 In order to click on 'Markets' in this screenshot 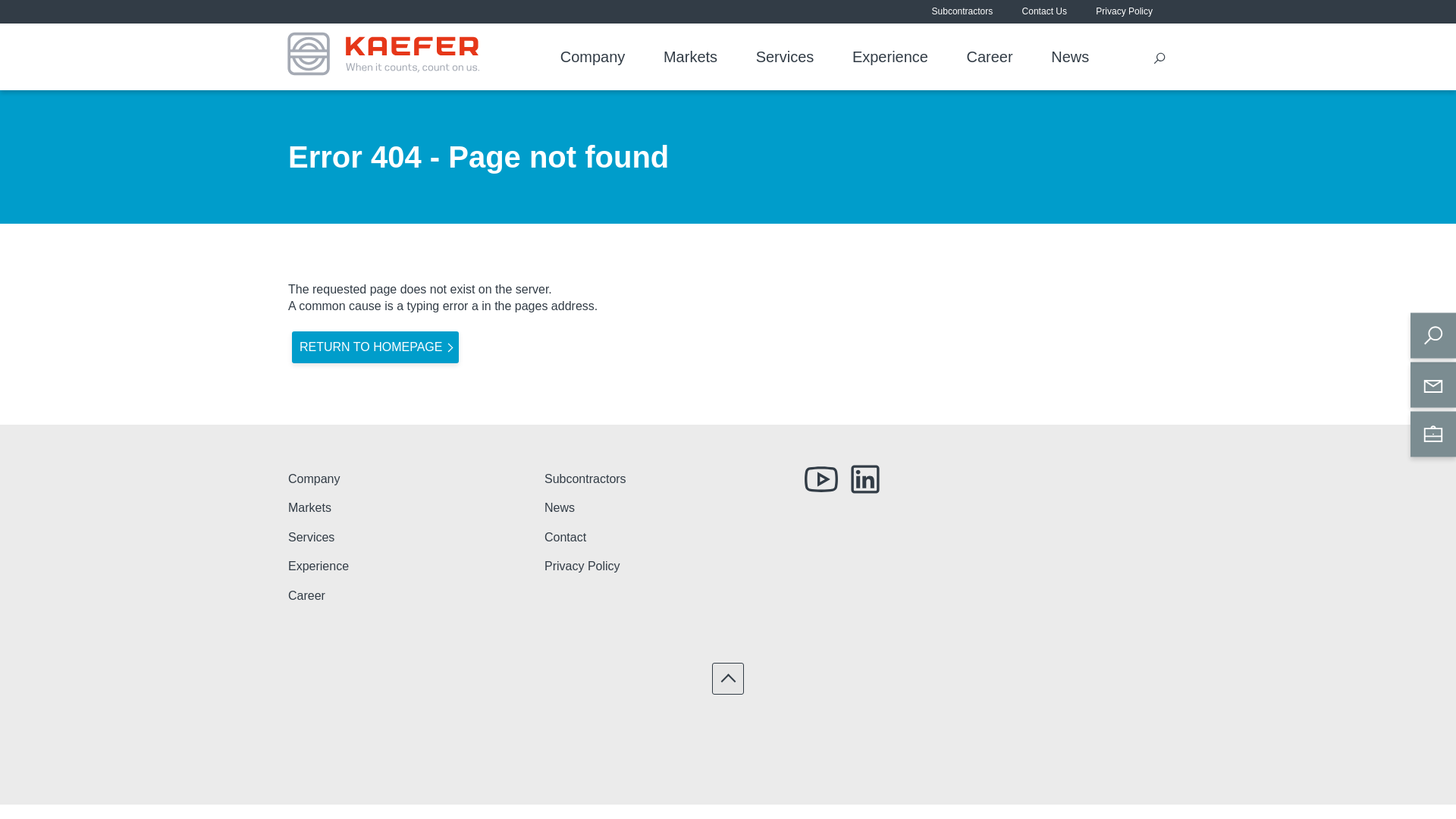, I will do `click(309, 508)`.